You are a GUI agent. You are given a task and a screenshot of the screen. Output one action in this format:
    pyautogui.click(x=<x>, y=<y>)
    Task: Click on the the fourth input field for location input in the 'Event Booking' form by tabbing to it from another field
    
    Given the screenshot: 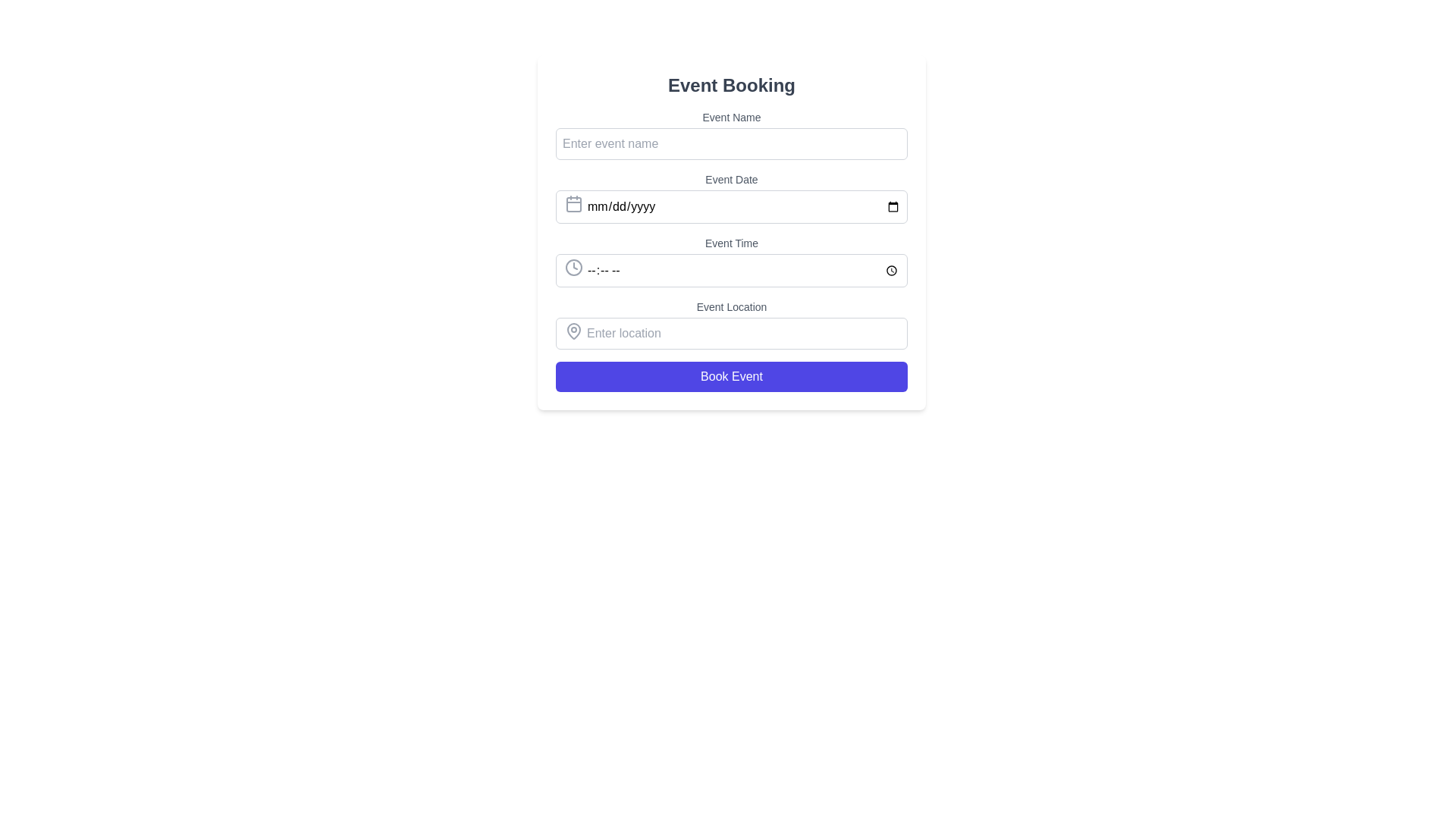 What is the action you would take?
    pyautogui.click(x=731, y=331)
    